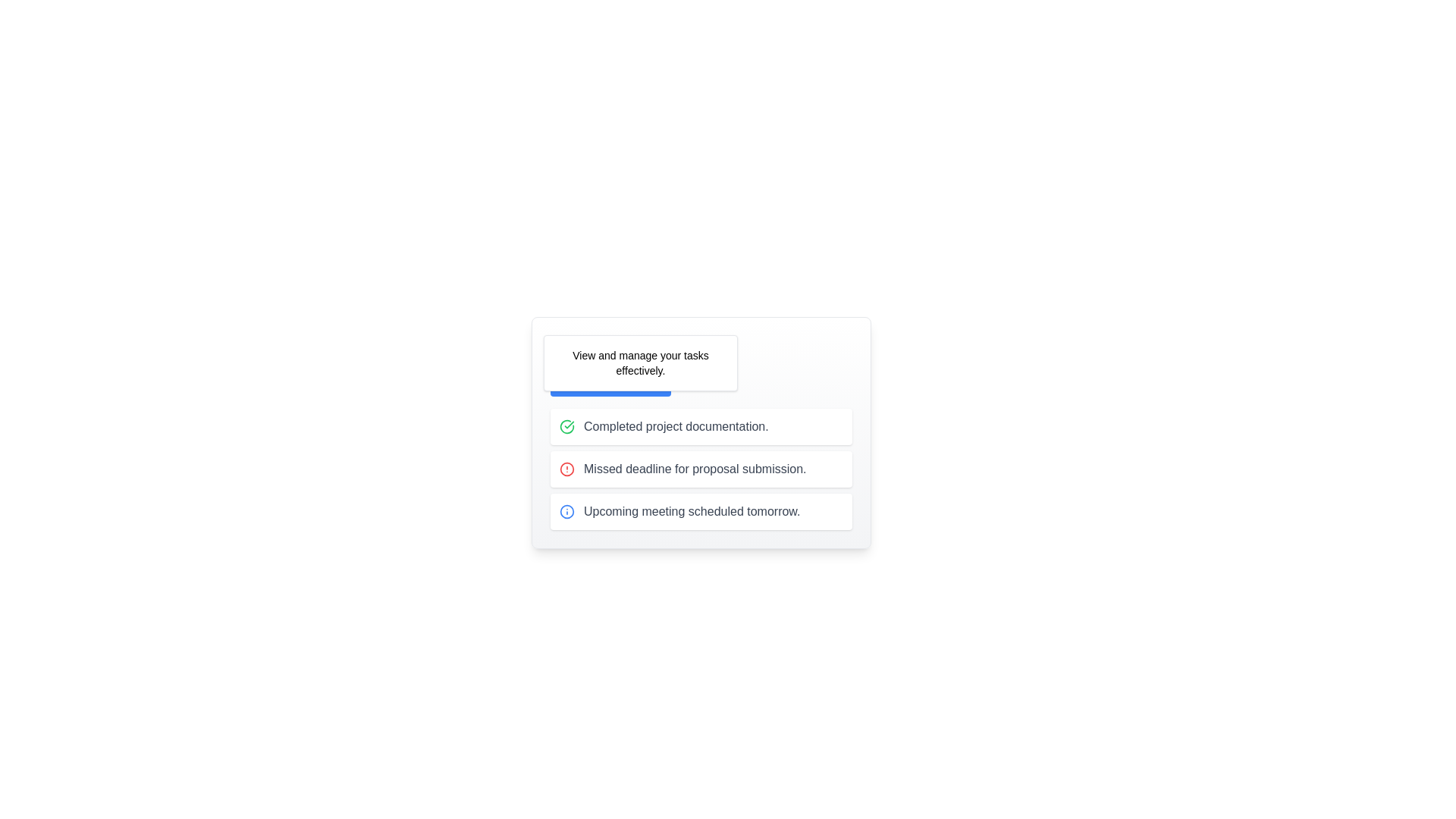 This screenshot has width=1456, height=819. Describe the element at coordinates (566, 427) in the screenshot. I see `the success indicator icon located to the left of the text 'Completed project documentation' in the task list` at that location.